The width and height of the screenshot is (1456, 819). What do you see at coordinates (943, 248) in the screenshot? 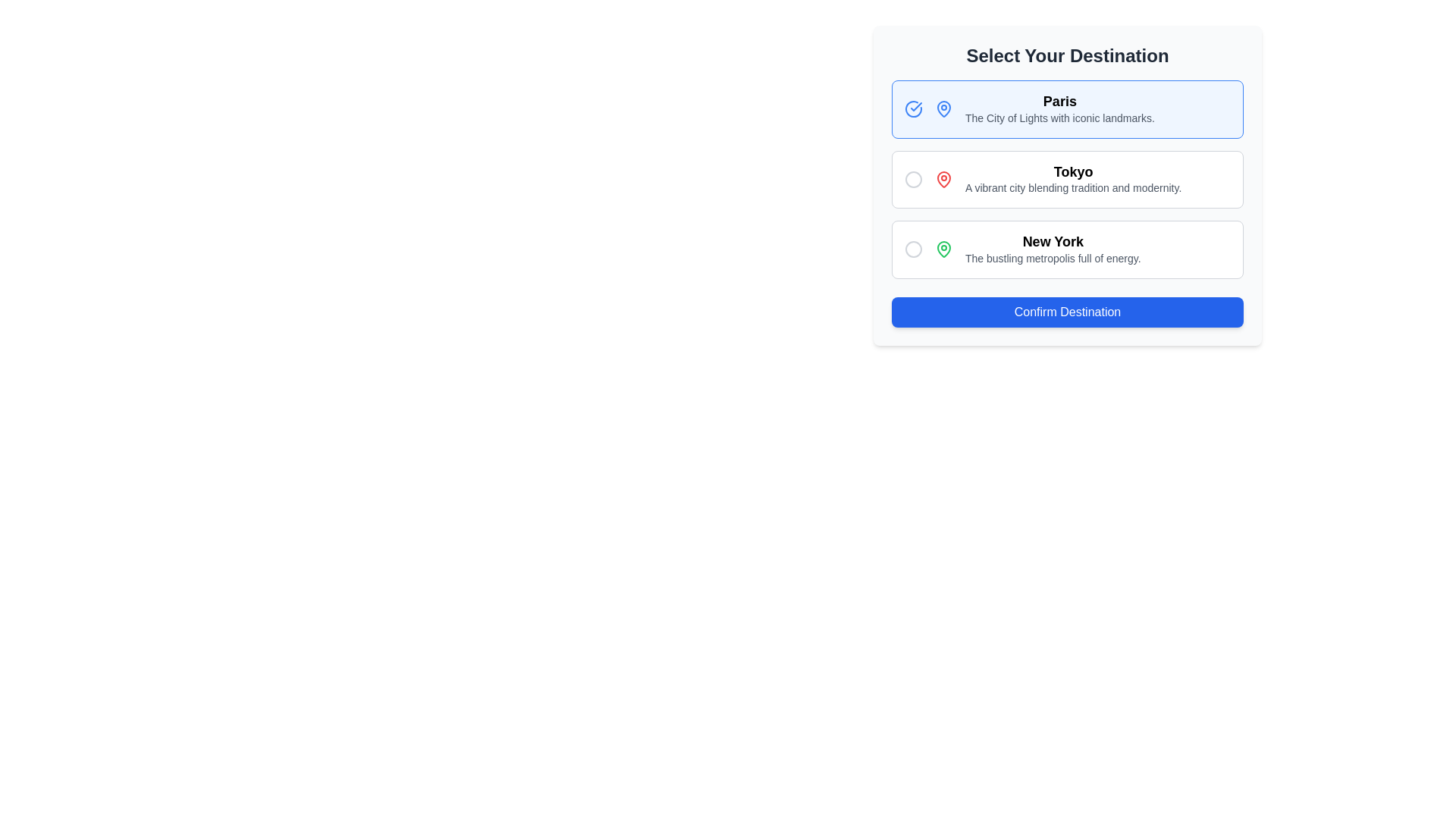
I see `the green pin icon, styled as a map marker, located to the left of the text 'The bustling metropolis full of energy.' associated with 'New York'` at bounding box center [943, 248].